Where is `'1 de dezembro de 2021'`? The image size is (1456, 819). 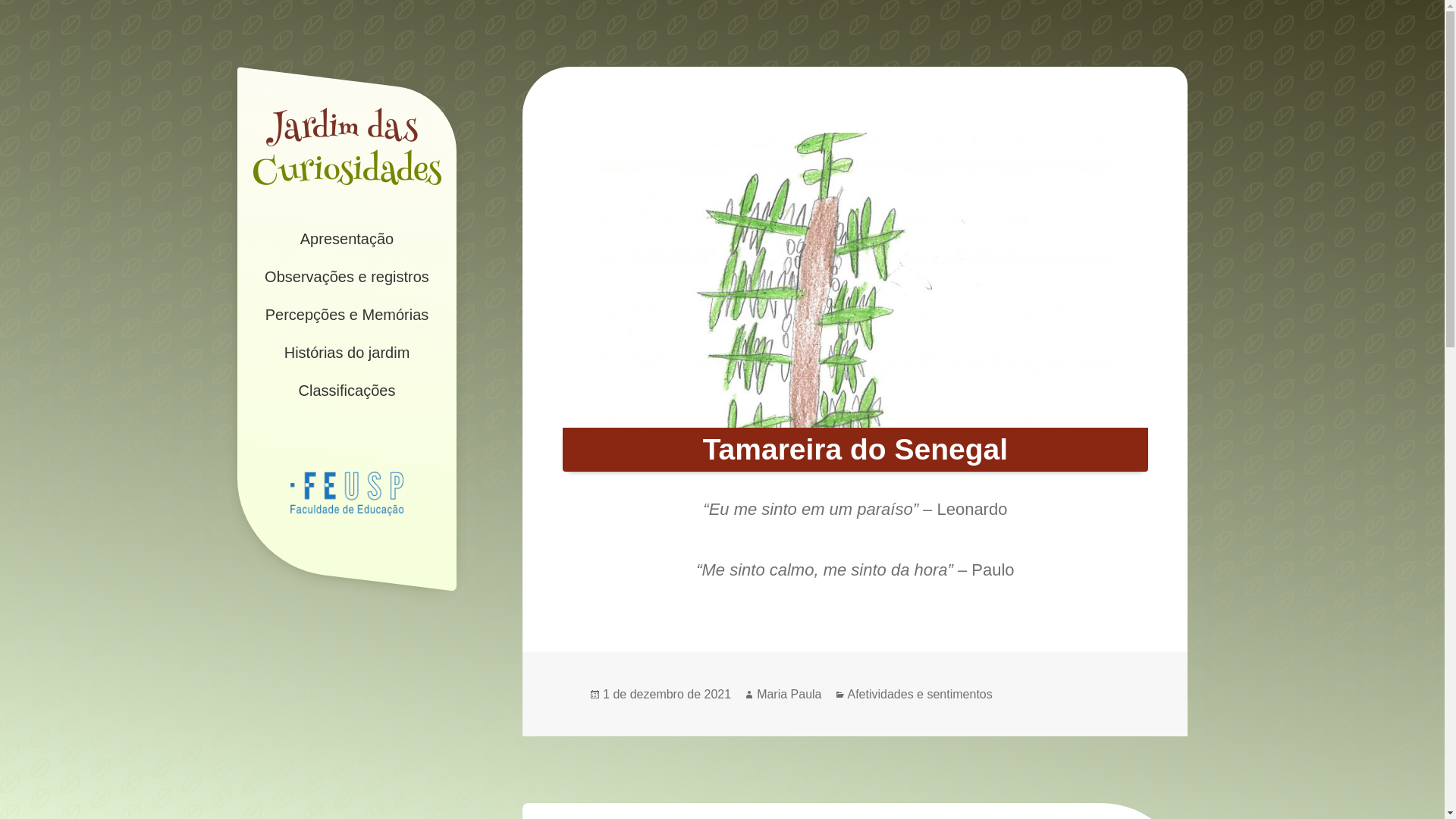 '1 de dezembro de 2021' is located at coordinates (667, 694).